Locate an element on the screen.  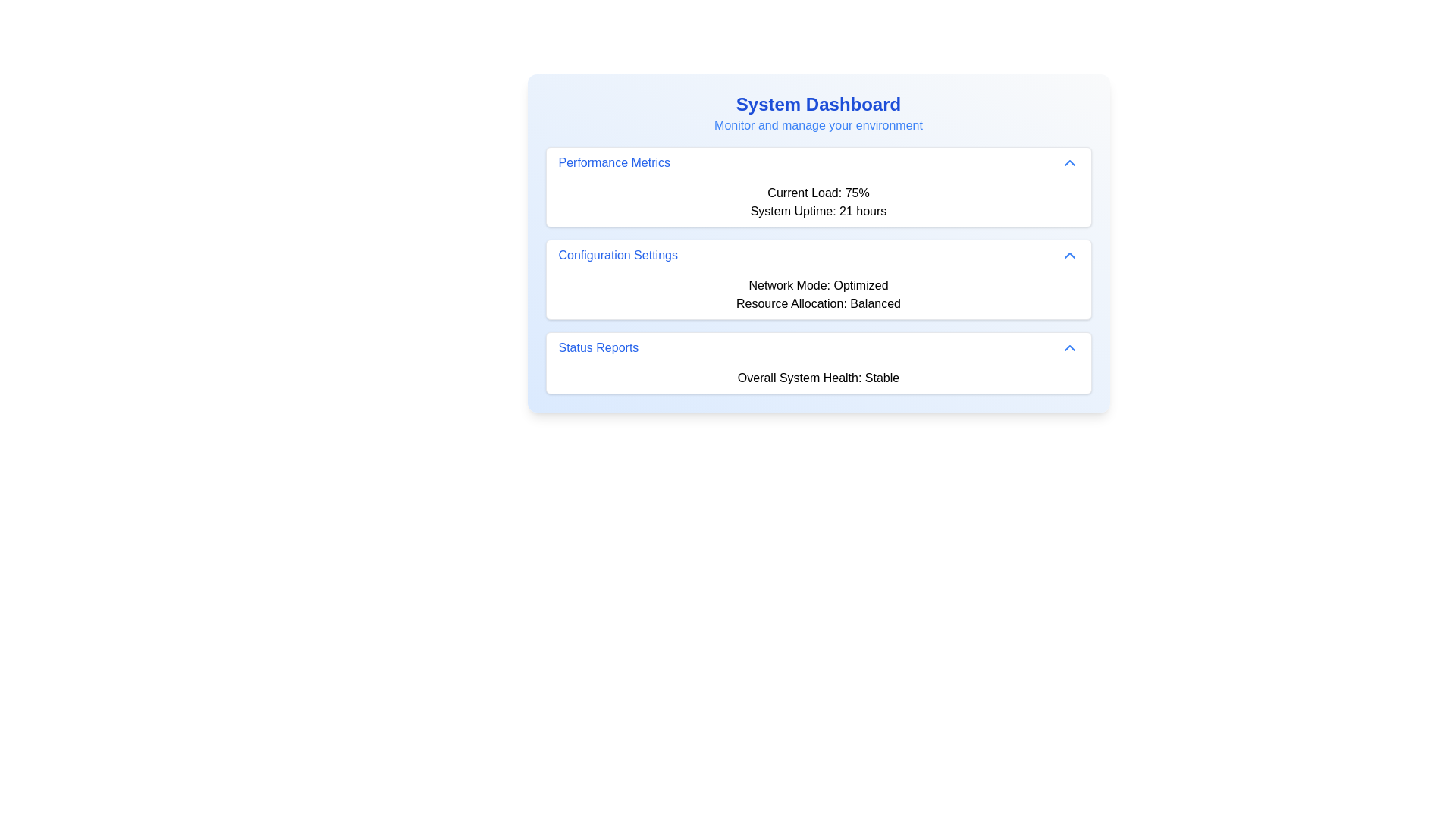
the Text Label that serves as a descriptive subtitle or tagline related to the 'System Dashboard' heading, positioned directly below it is located at coordinates (817, 124).